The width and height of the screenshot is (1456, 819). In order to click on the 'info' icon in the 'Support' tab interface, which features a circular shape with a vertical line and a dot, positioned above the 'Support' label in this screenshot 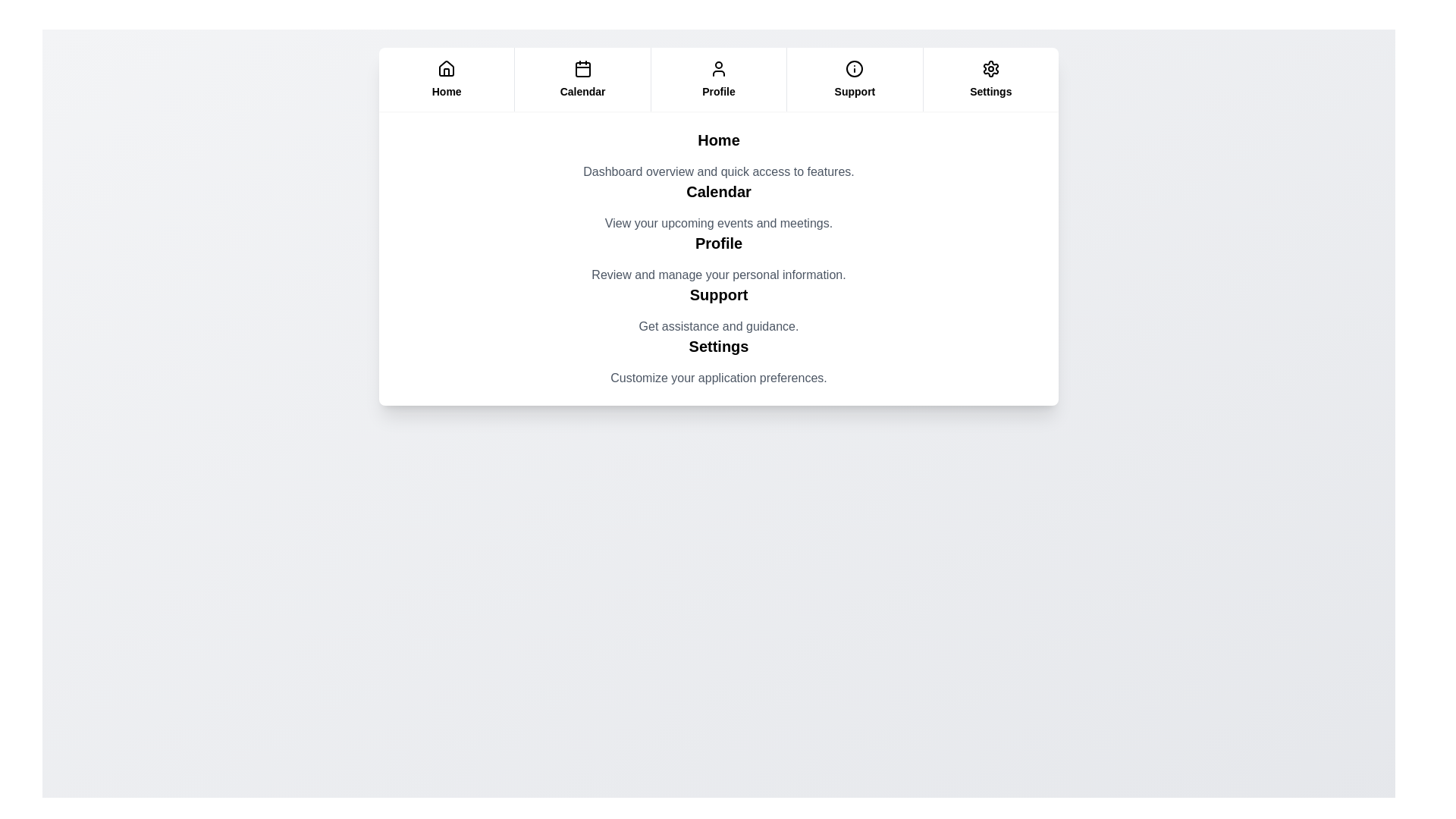, I will do `click(855, 69)`.